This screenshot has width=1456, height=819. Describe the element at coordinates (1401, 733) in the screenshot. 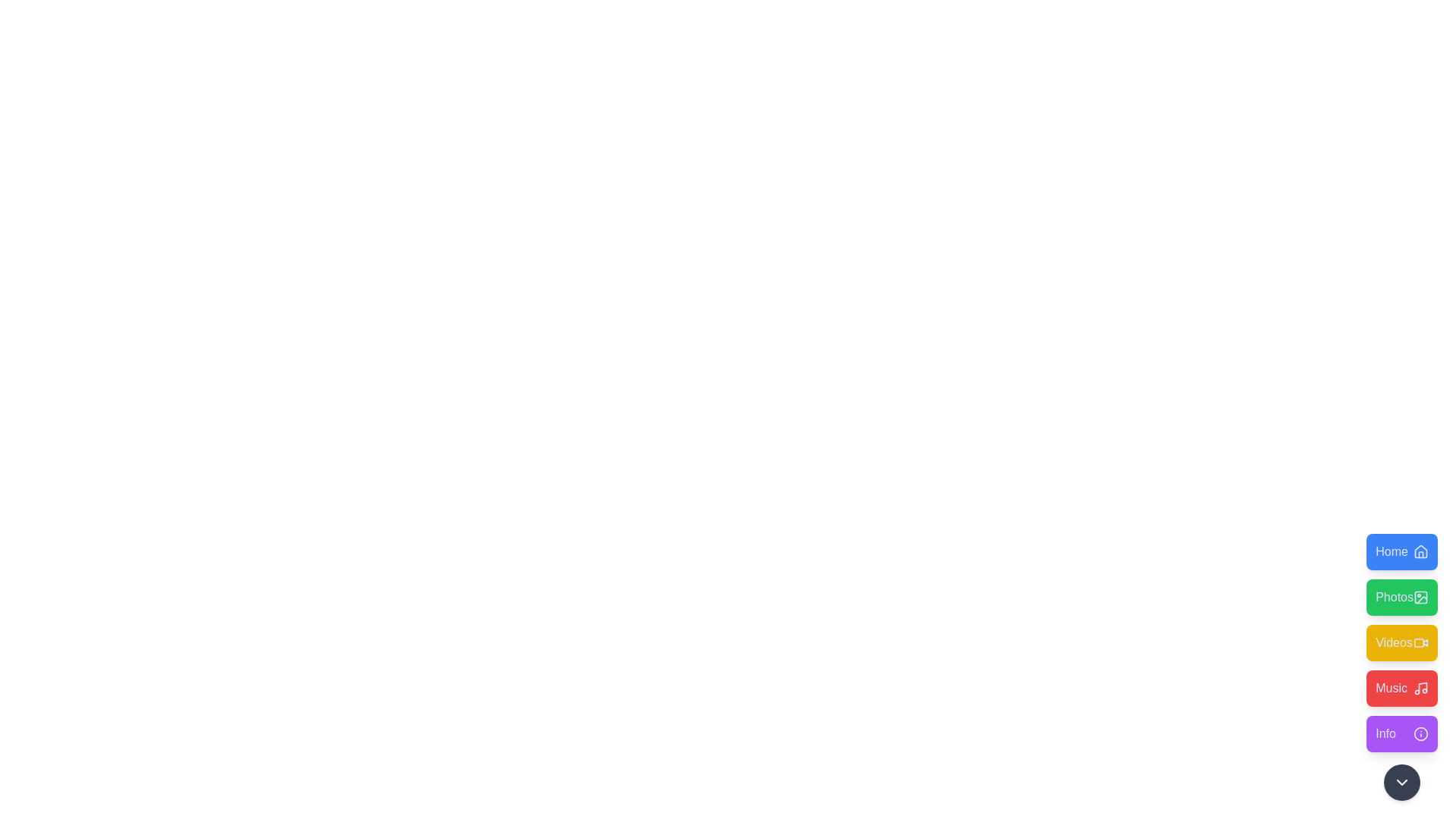

I see `the Info button to trigger its action` at that location.